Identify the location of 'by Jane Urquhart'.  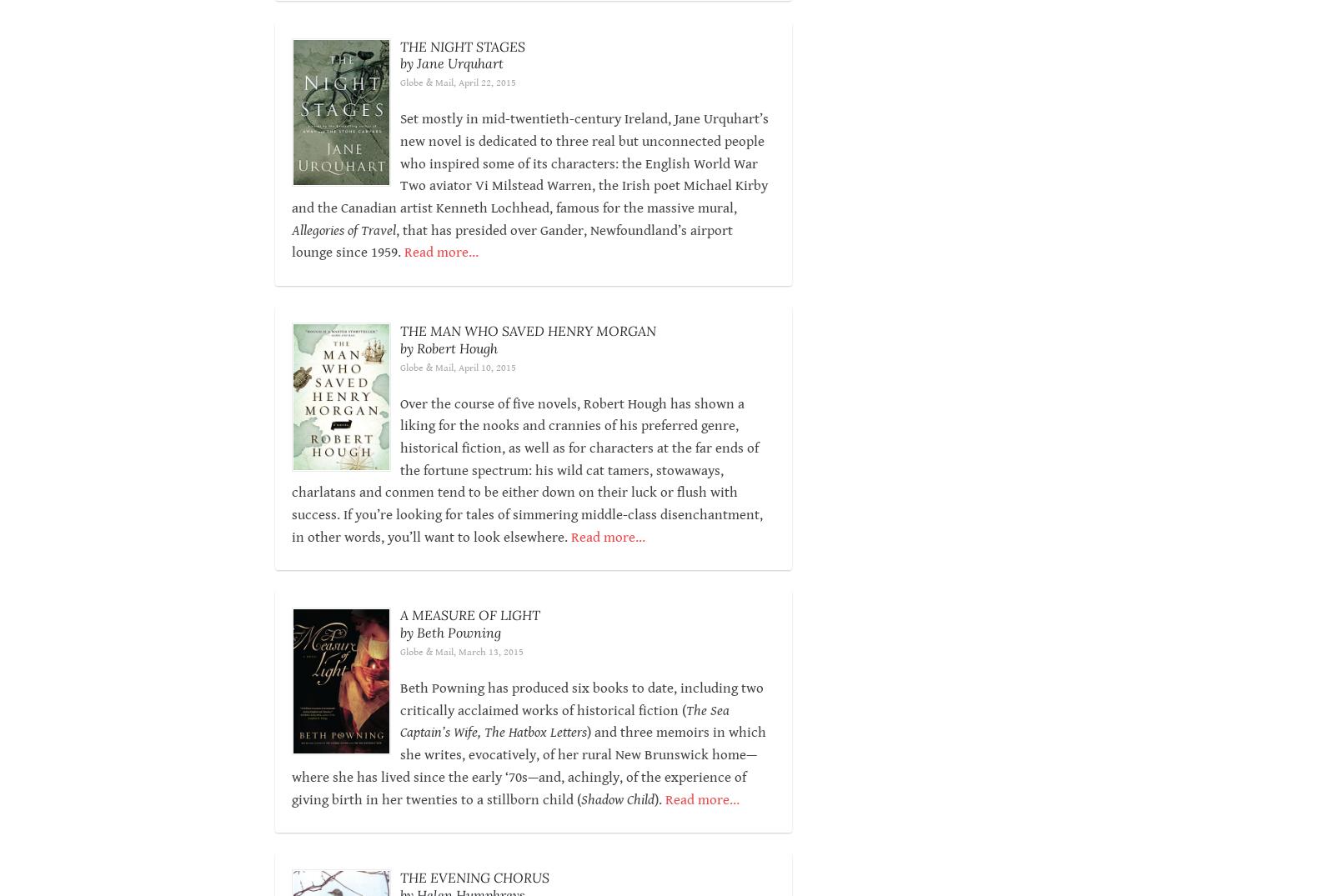
(449, 63).